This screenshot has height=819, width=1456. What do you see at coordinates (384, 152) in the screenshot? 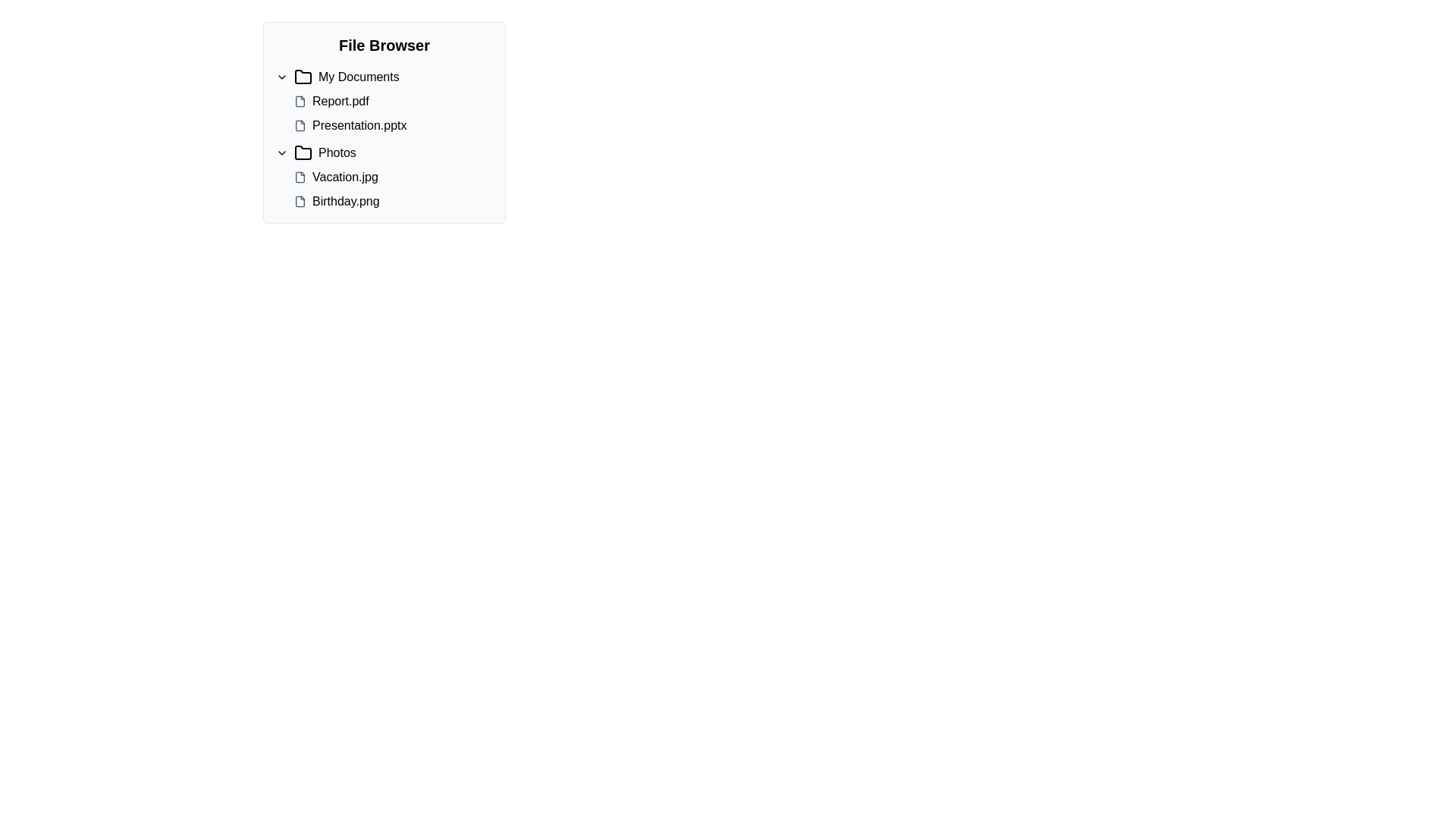
I see `the 'Photos' folder entry in the file browser` at bounding box center [384, 152].